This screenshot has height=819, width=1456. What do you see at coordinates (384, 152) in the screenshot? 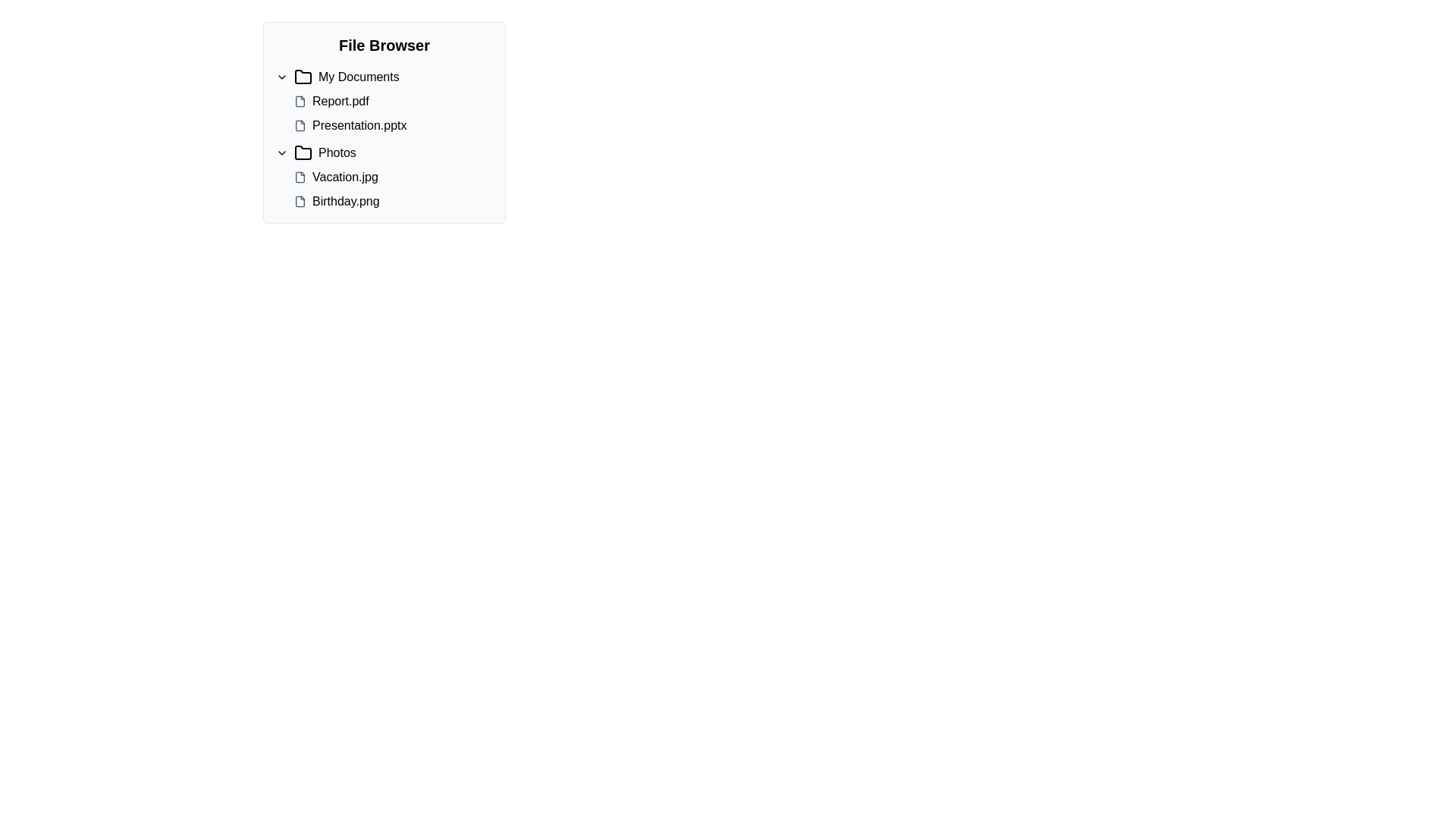
I see `the 'Photos' folder entry in the file browser` at bounding box center [384, 152].